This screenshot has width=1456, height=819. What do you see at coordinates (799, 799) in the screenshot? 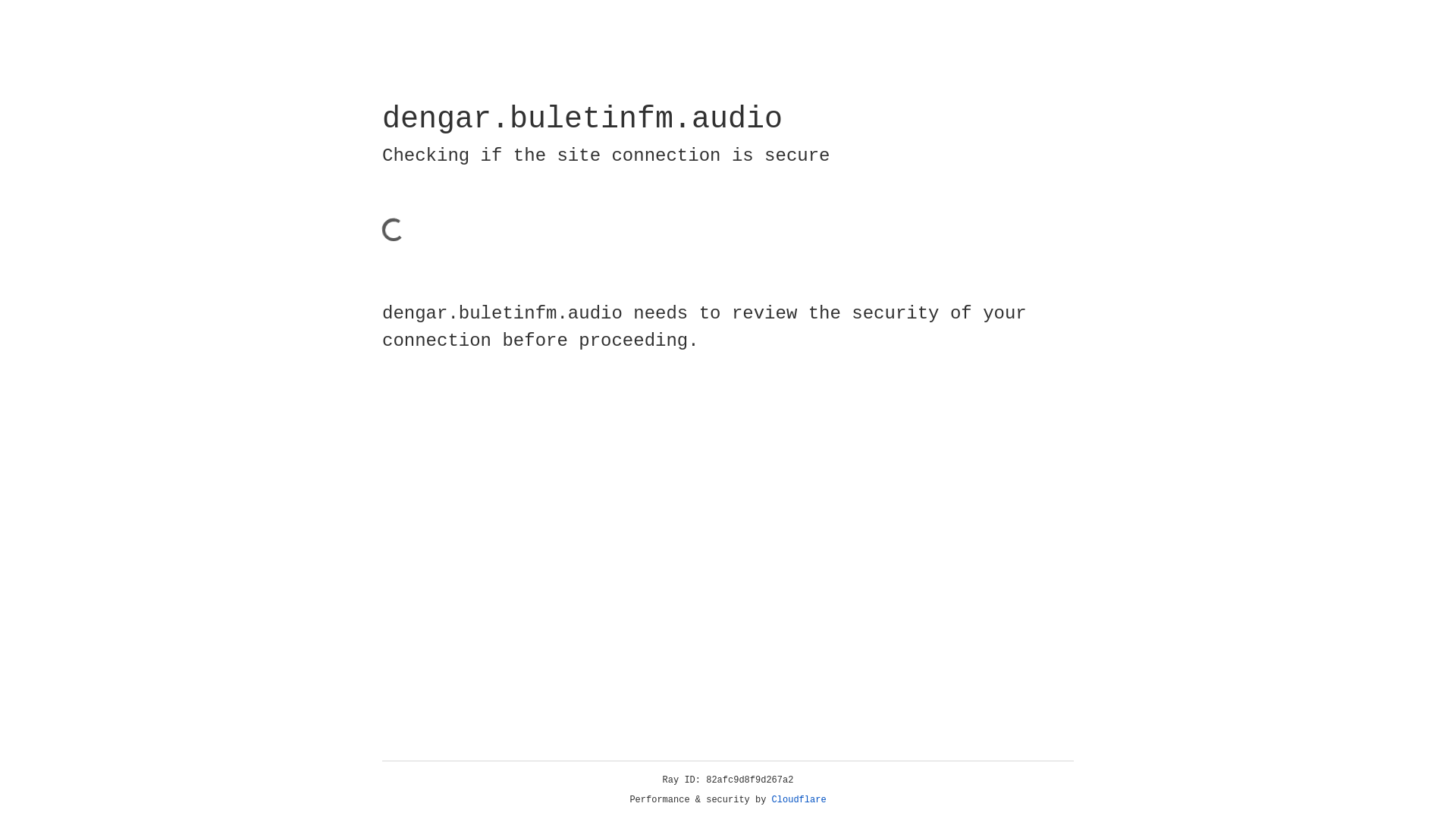
I see `'Cloudflare'` at bounding box center [799, 799].